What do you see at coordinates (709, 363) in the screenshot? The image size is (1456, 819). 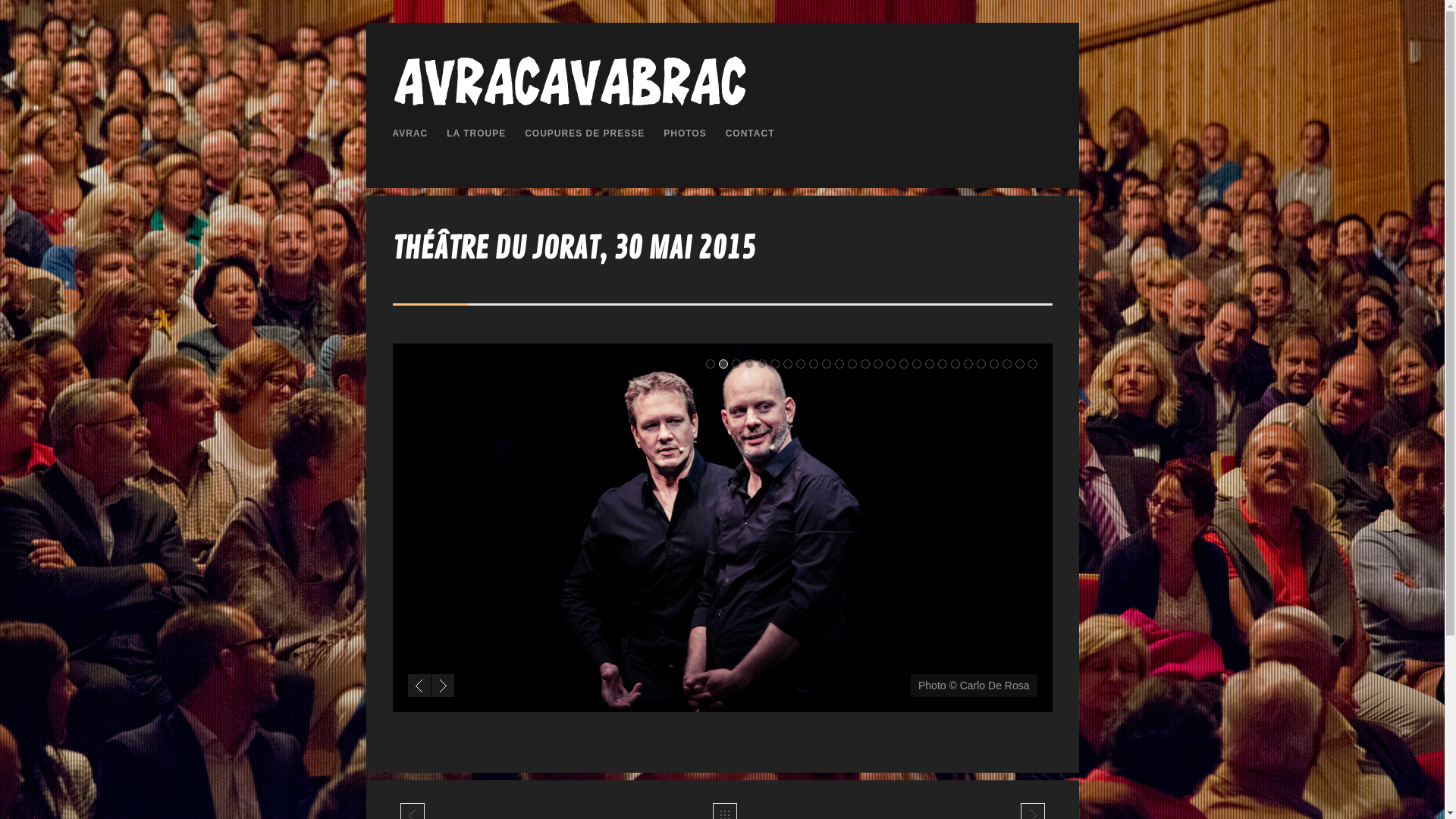 I see `'1'` at bounding box center [709, 363].